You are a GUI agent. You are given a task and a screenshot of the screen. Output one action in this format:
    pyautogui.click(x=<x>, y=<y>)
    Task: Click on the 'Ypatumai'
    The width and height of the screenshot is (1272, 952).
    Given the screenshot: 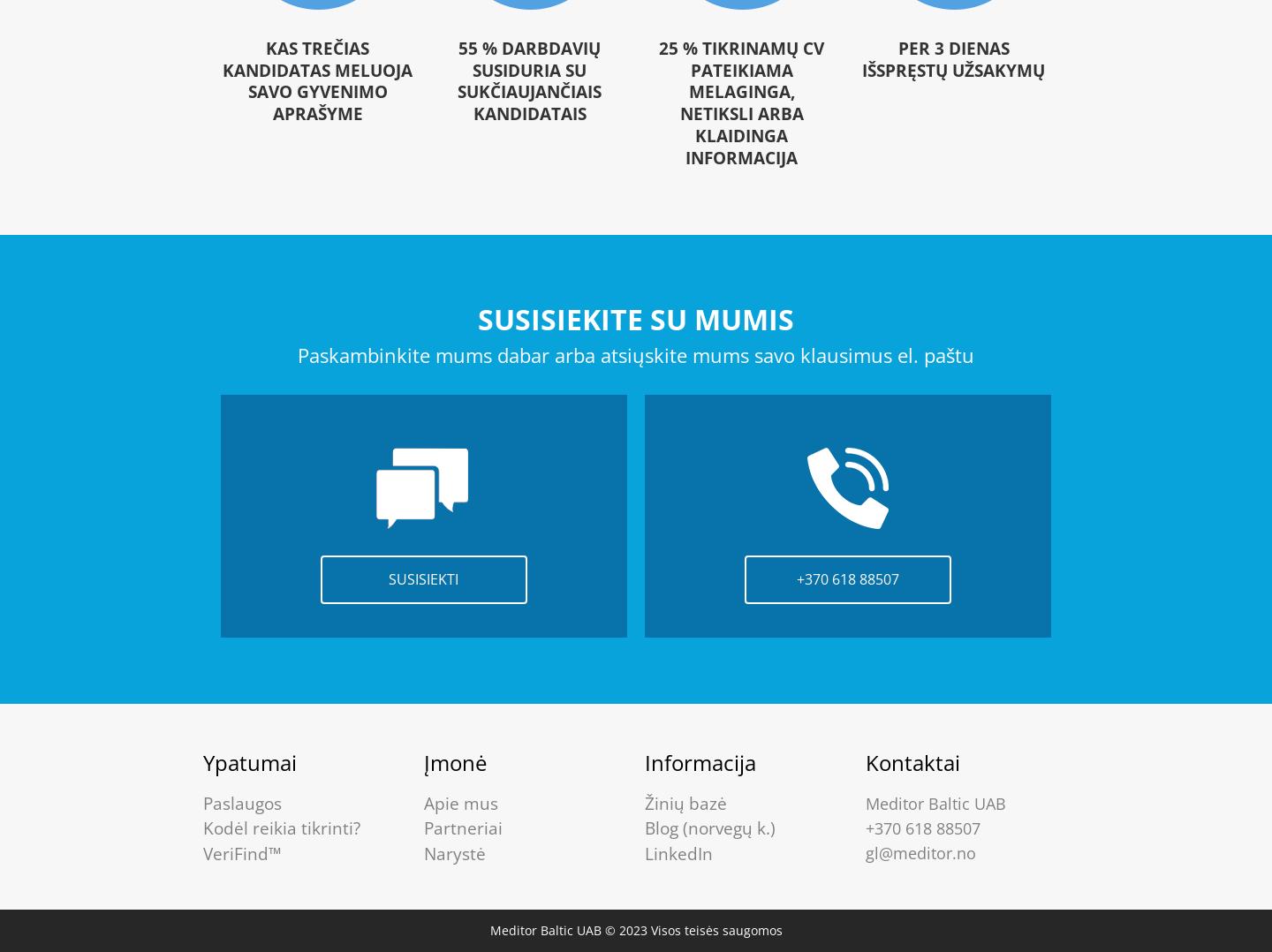 What is the action you would take?
    pyautogui.click(x=248, y=760)
    